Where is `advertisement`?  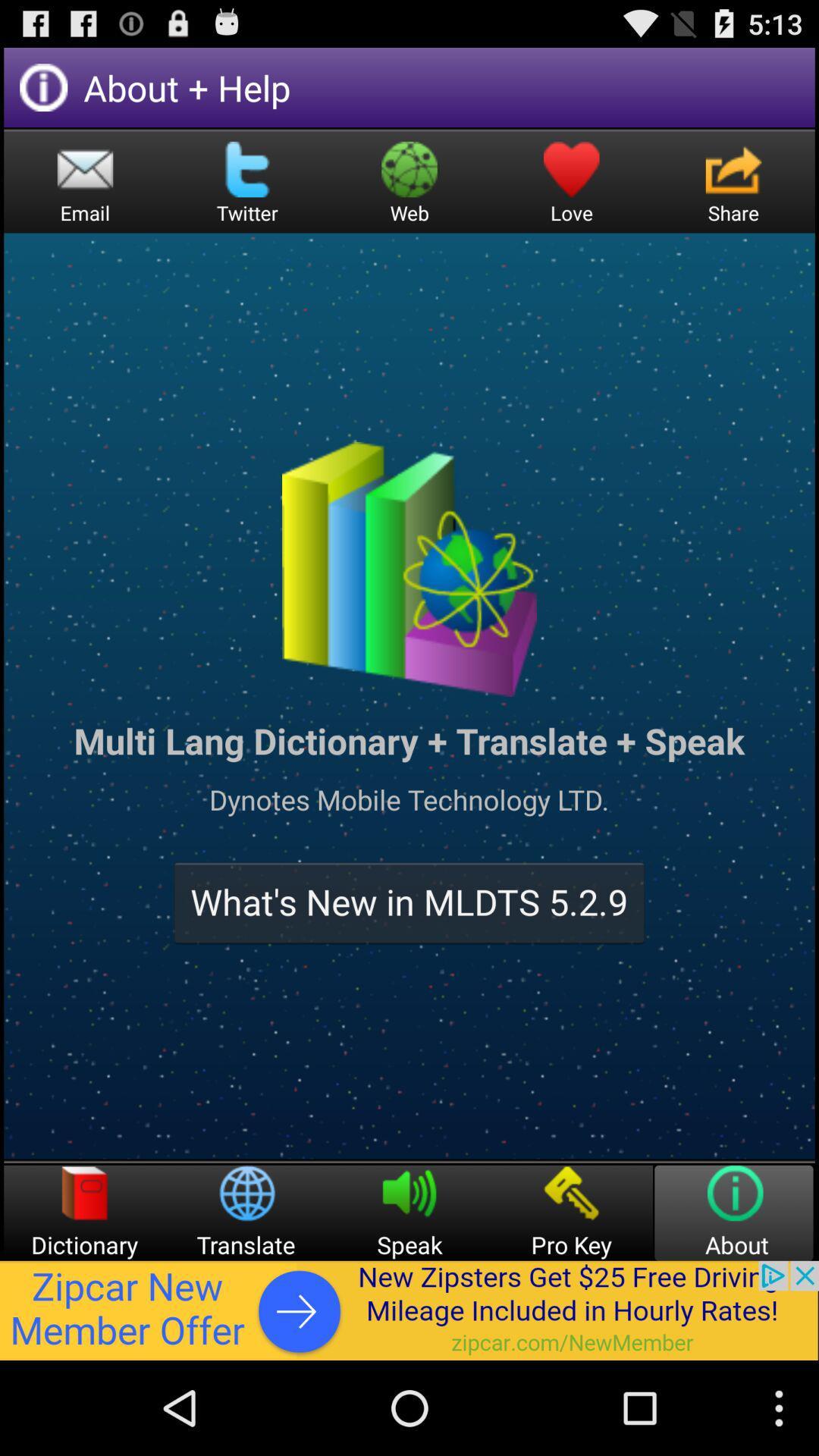
advertisement is located at coordinates (409, 1310).